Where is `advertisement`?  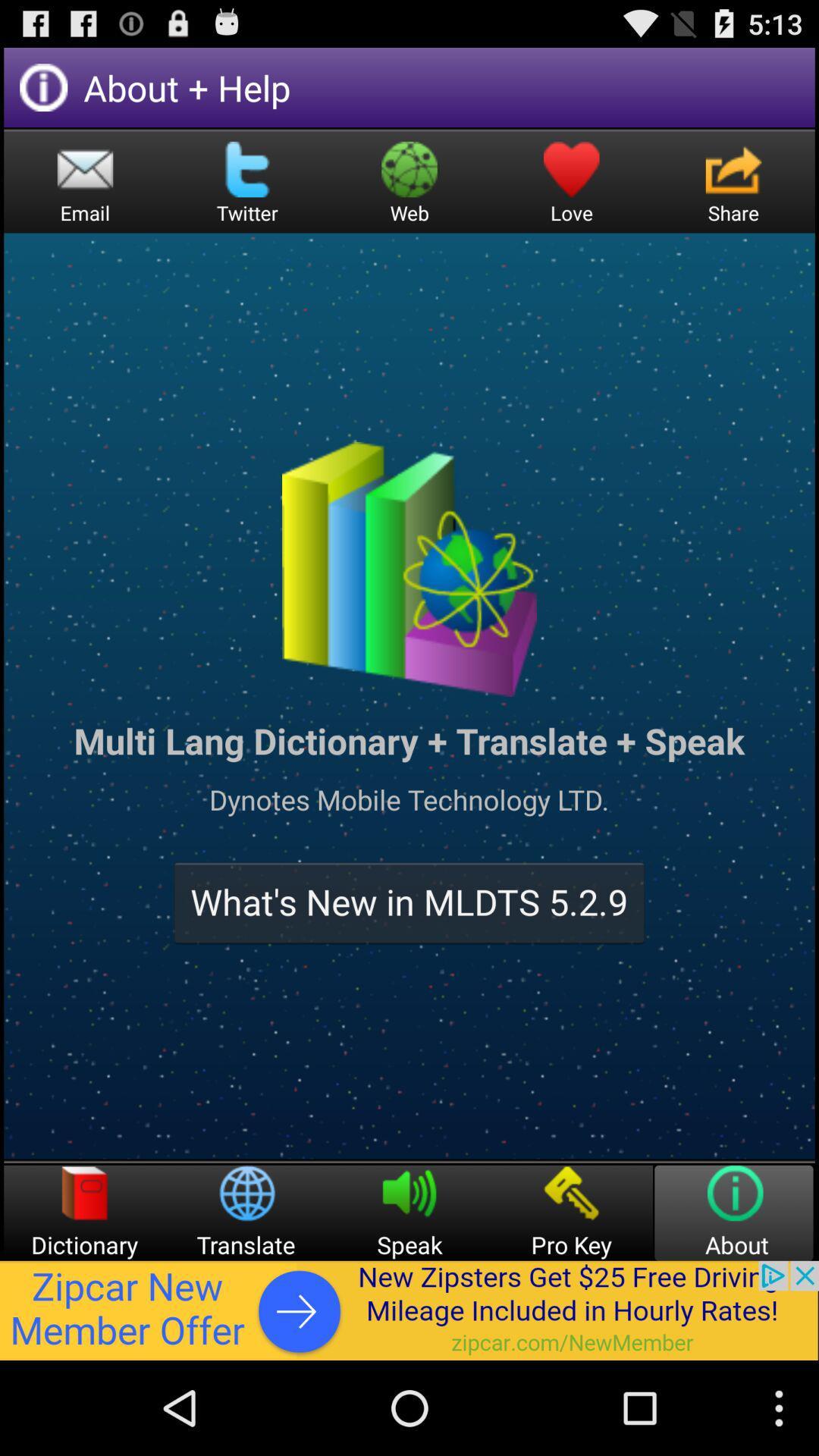
advertisement is located at coordinates (409, 1310).